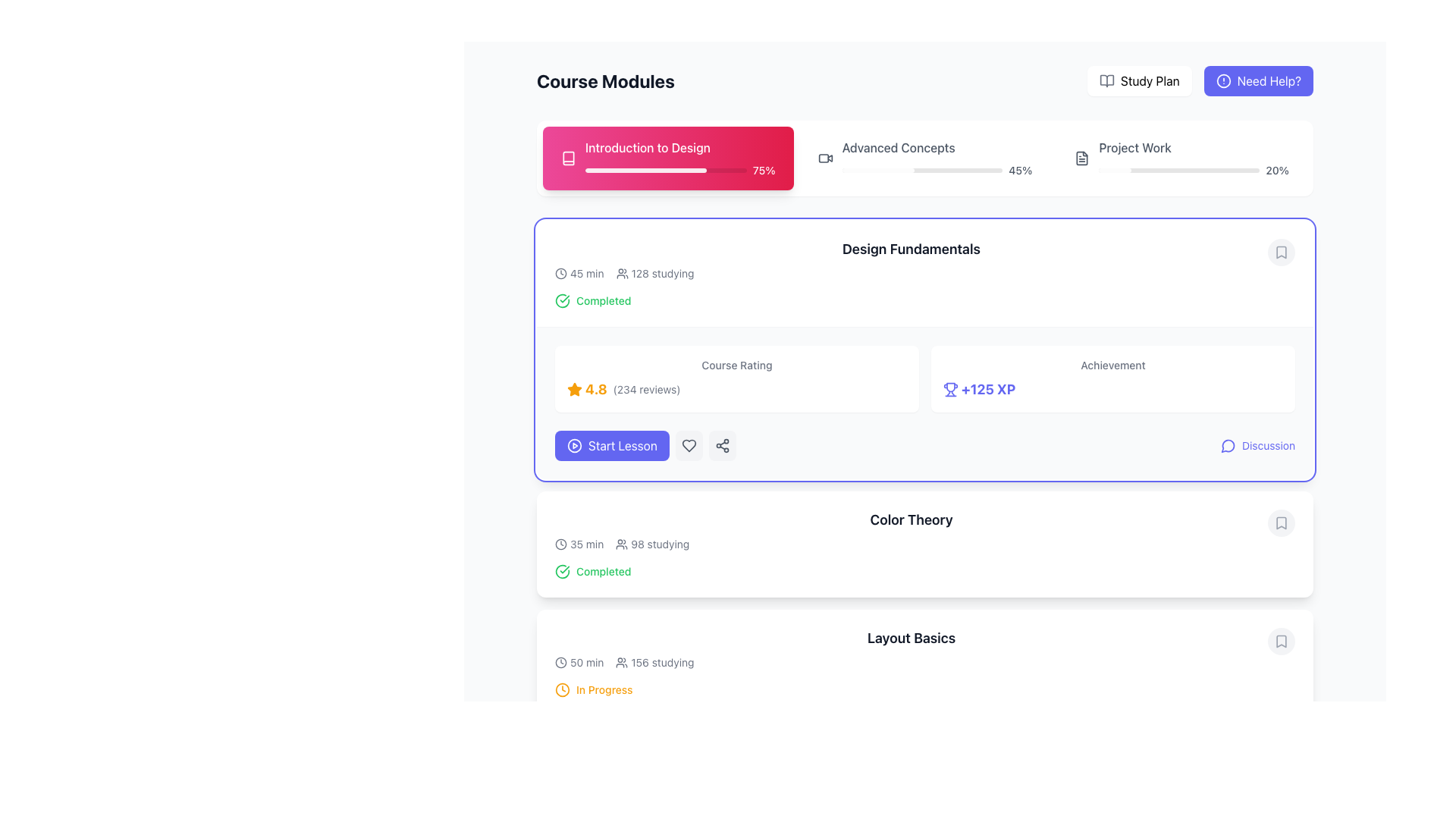  Describe the element at coordinates (562, 690) in the screenshot. I see `the clock icon at the start of the row displaying 'In Progress', located under the 'Course Modules' section` at that location.